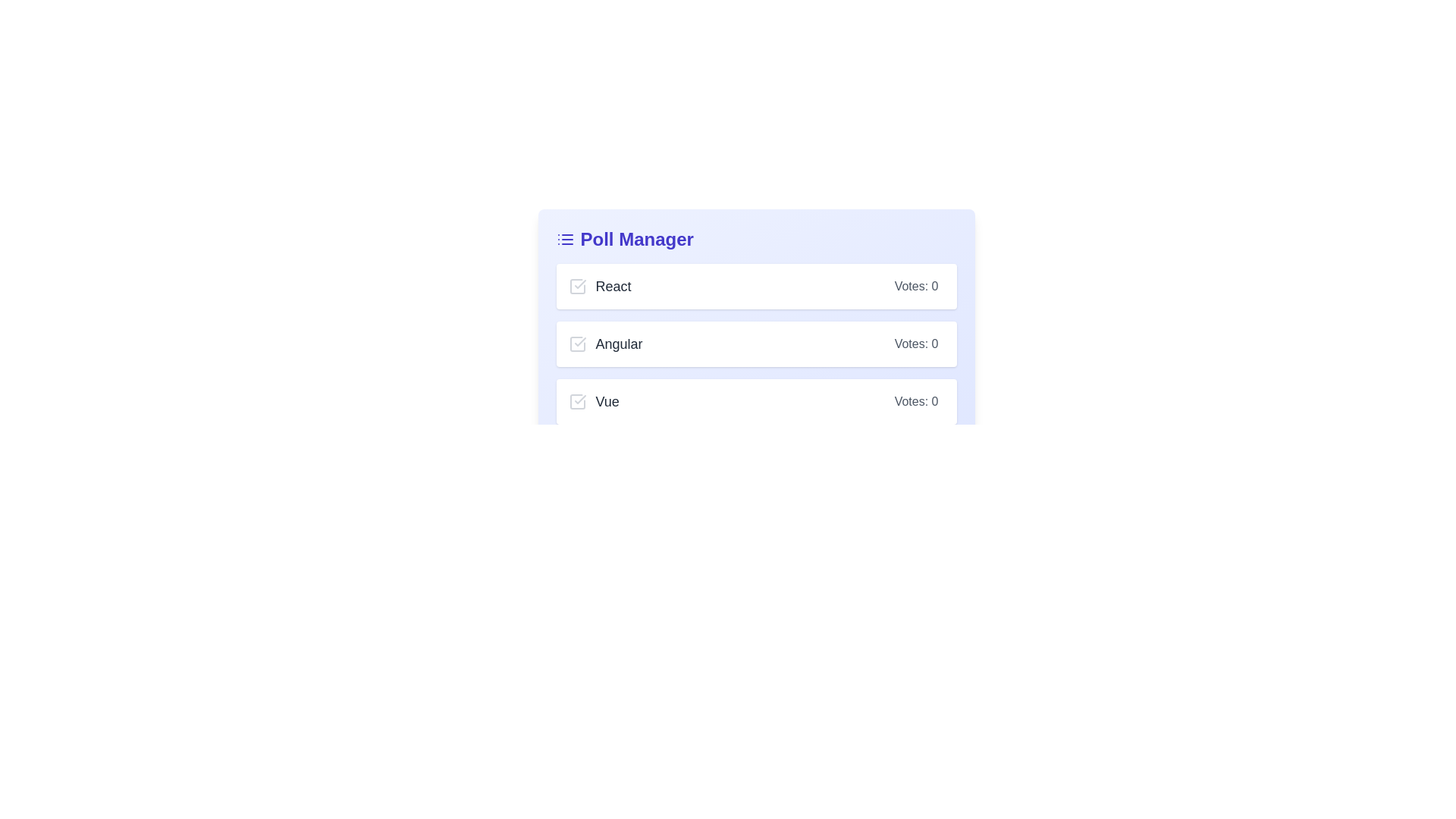 Image resolution: width=1456 pixels, height=819 pixels. What do you see at coordinates (915, 287) in the screenshot?
I see `the Text label indicating the current count of votes associated with the 'React' option, located on the right side of the 'React' row in the voting options list` at bounding box center [915, 287].